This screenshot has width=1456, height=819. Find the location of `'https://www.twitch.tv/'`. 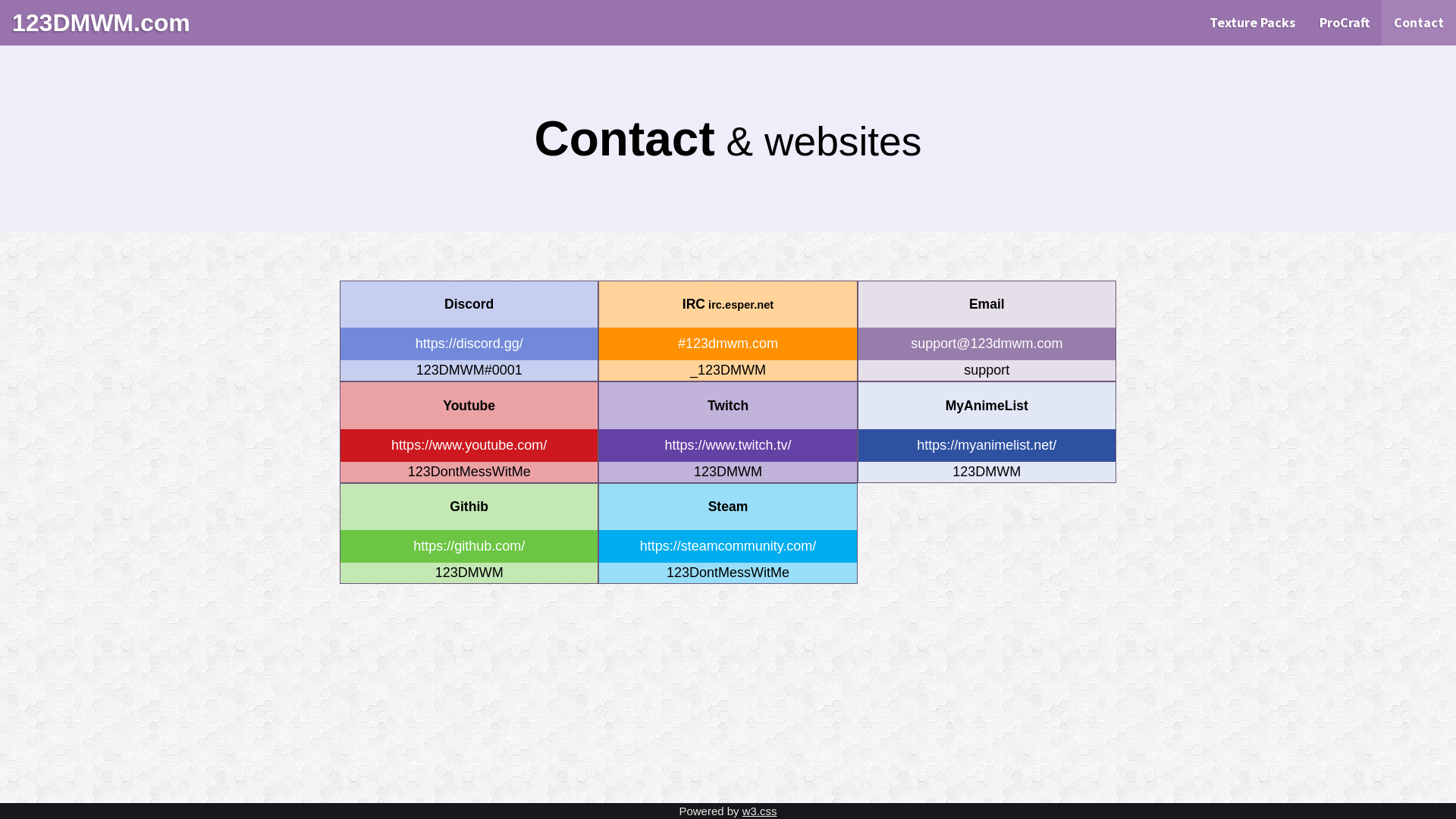

'https://www.twitch.tv/' is located at coordinates (726, 444).